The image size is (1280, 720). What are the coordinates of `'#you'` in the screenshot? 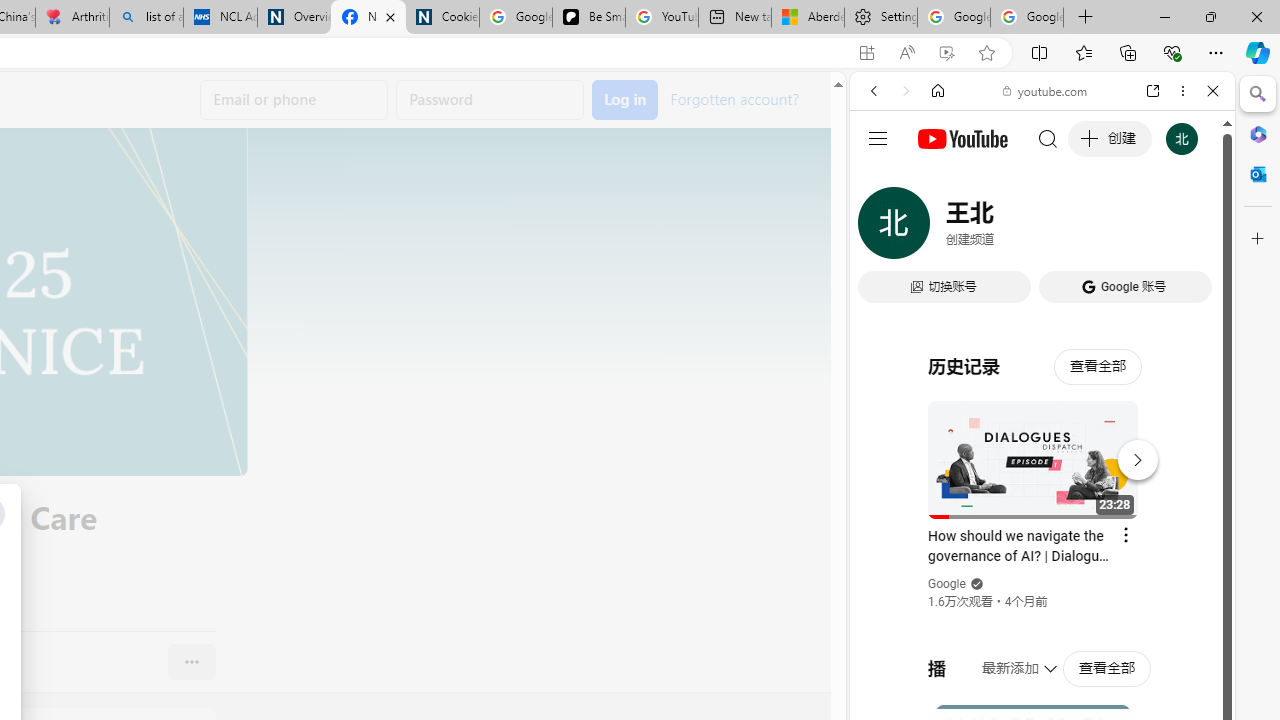 It's located at (1041, 445).